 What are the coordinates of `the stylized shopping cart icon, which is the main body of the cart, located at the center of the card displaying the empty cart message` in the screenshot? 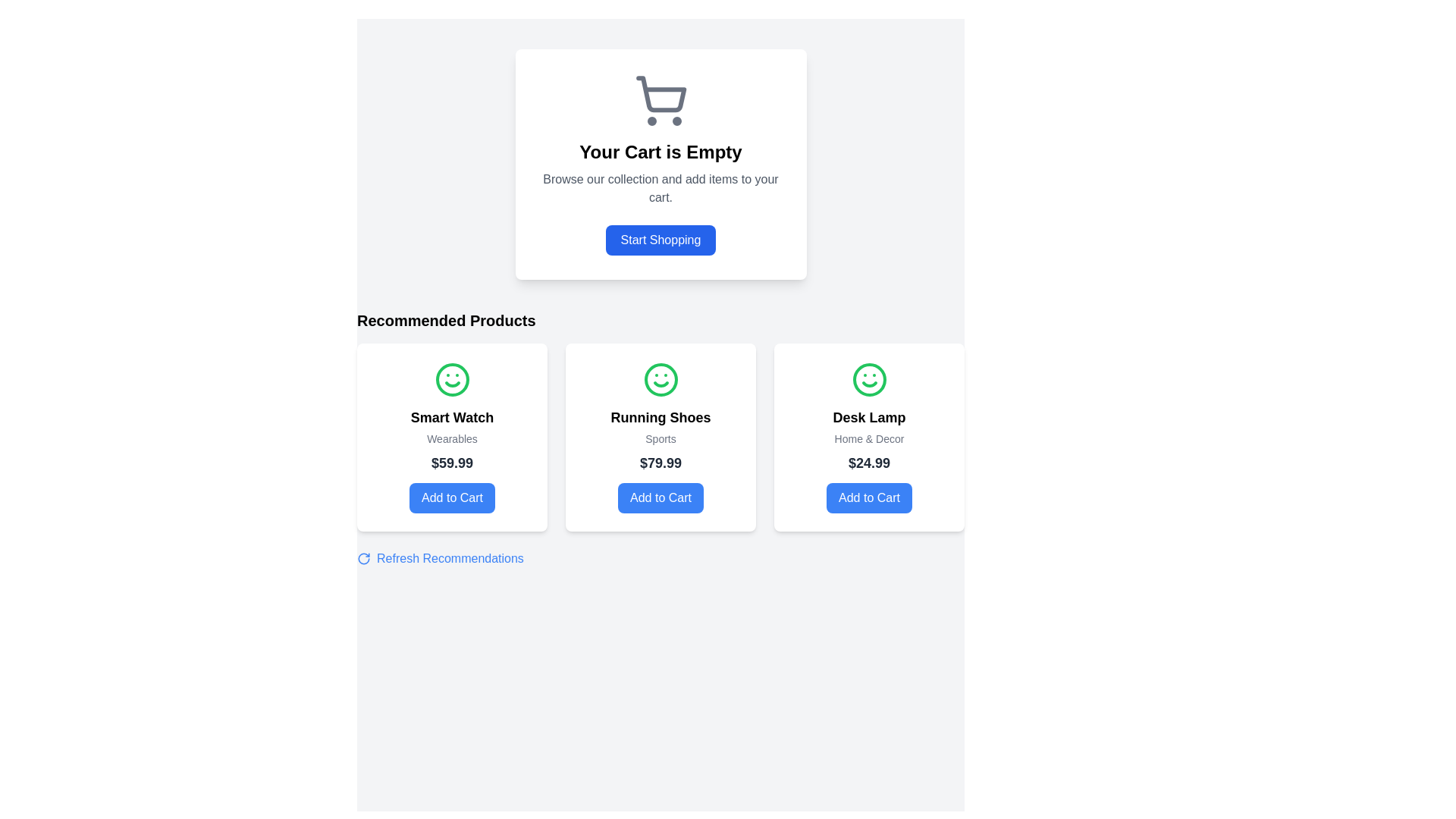 It's located at (661, 94).